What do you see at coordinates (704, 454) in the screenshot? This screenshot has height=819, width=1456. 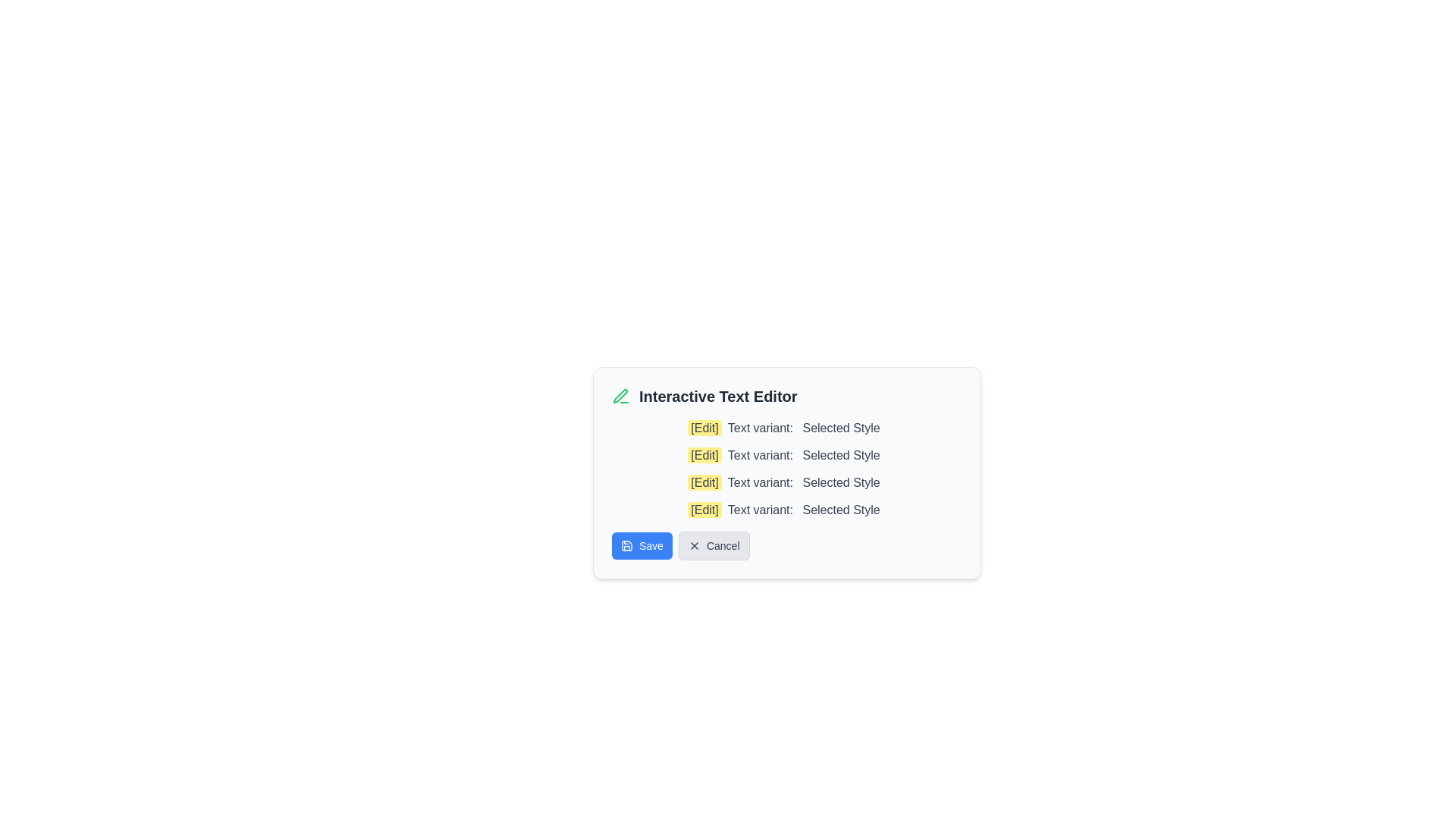 I see `the 'Edit' button displayed in square brackets with dark text on a yellow background` at bounding box center [704, 454].